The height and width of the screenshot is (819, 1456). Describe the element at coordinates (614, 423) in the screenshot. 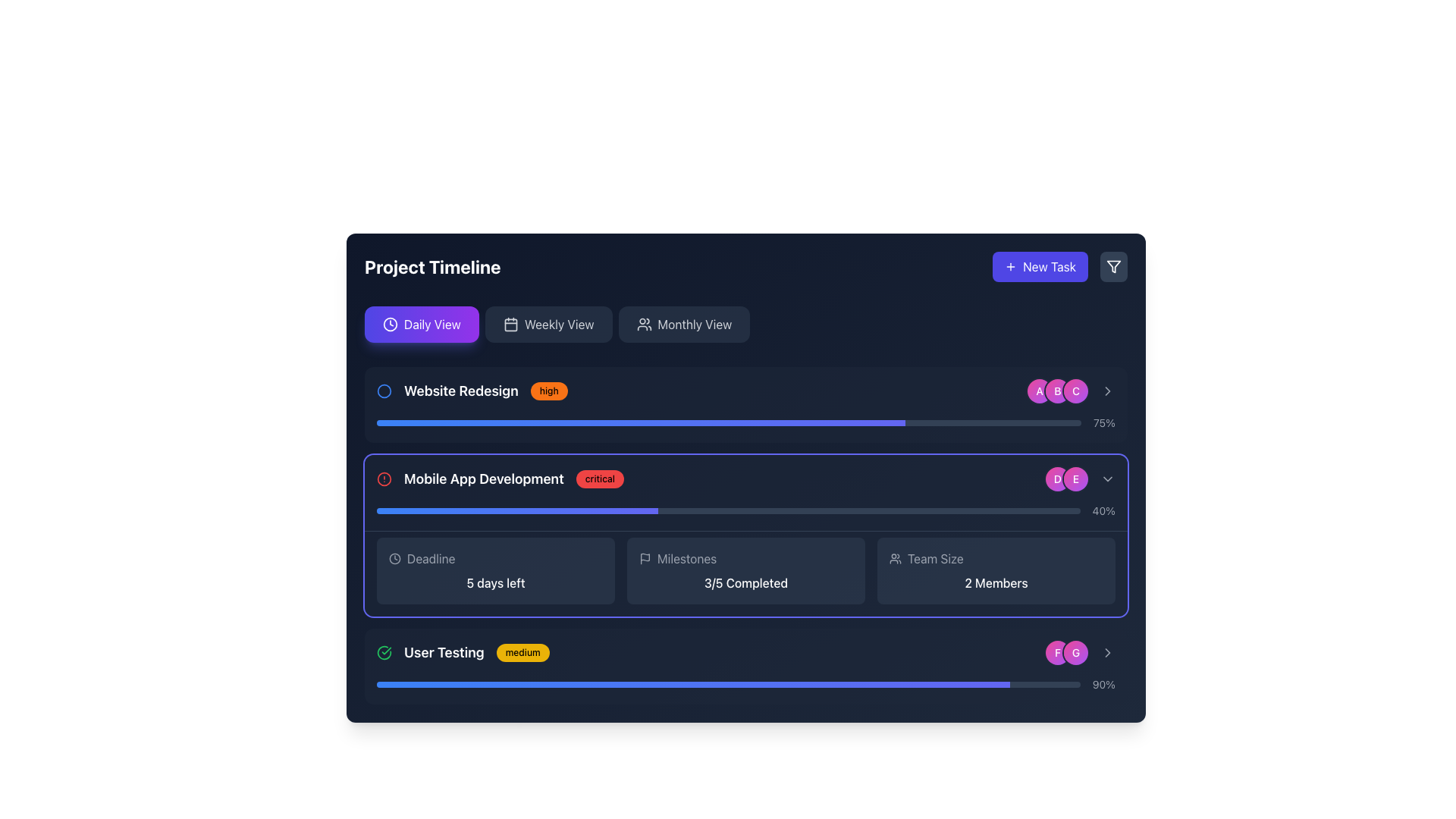

I see `progress` at that location.